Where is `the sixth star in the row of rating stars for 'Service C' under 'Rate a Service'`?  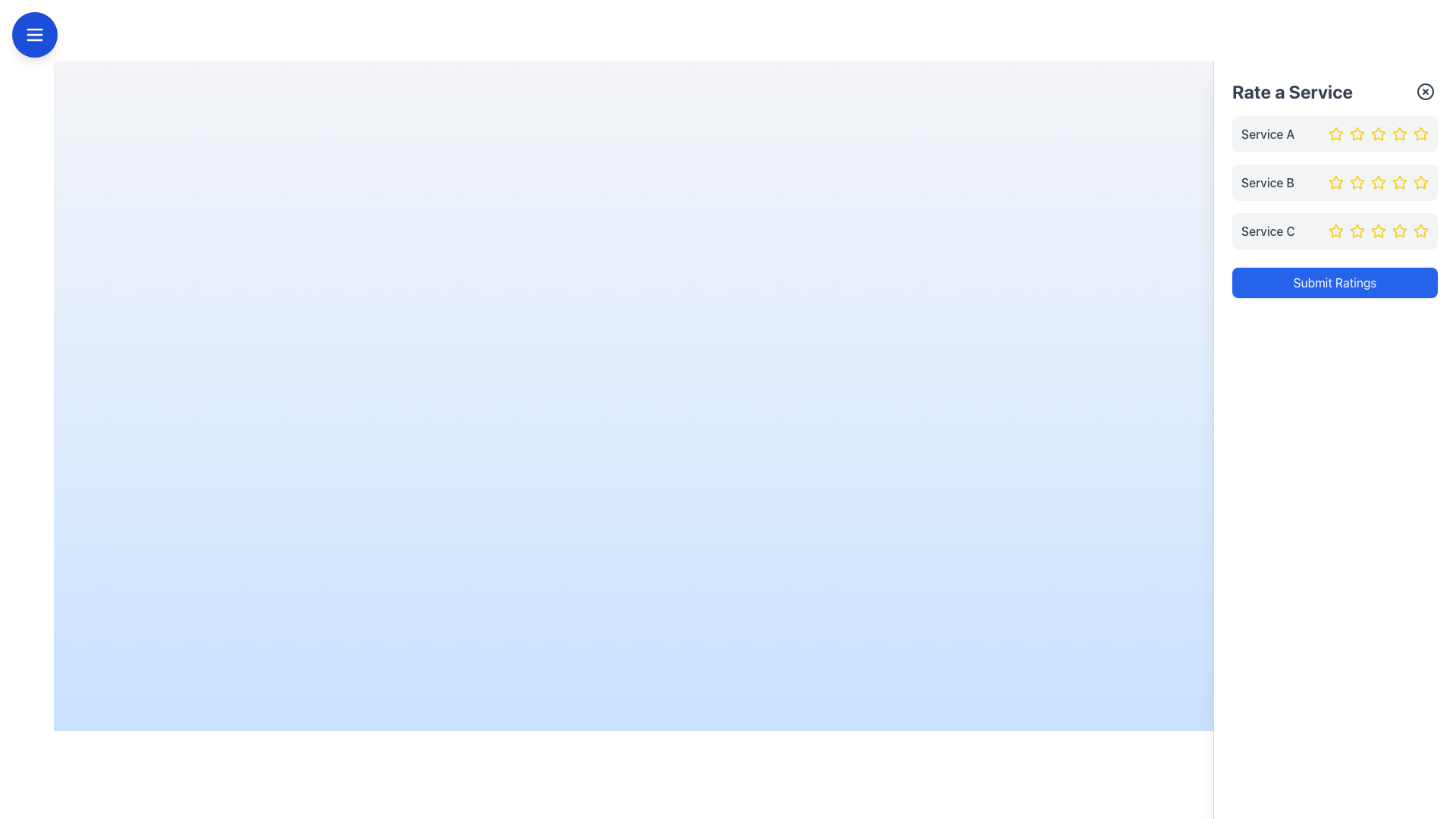
the sixth star in the row of rating stars for 'Service C' under 'Rate a Service' is located at coordinates (1399, 231).